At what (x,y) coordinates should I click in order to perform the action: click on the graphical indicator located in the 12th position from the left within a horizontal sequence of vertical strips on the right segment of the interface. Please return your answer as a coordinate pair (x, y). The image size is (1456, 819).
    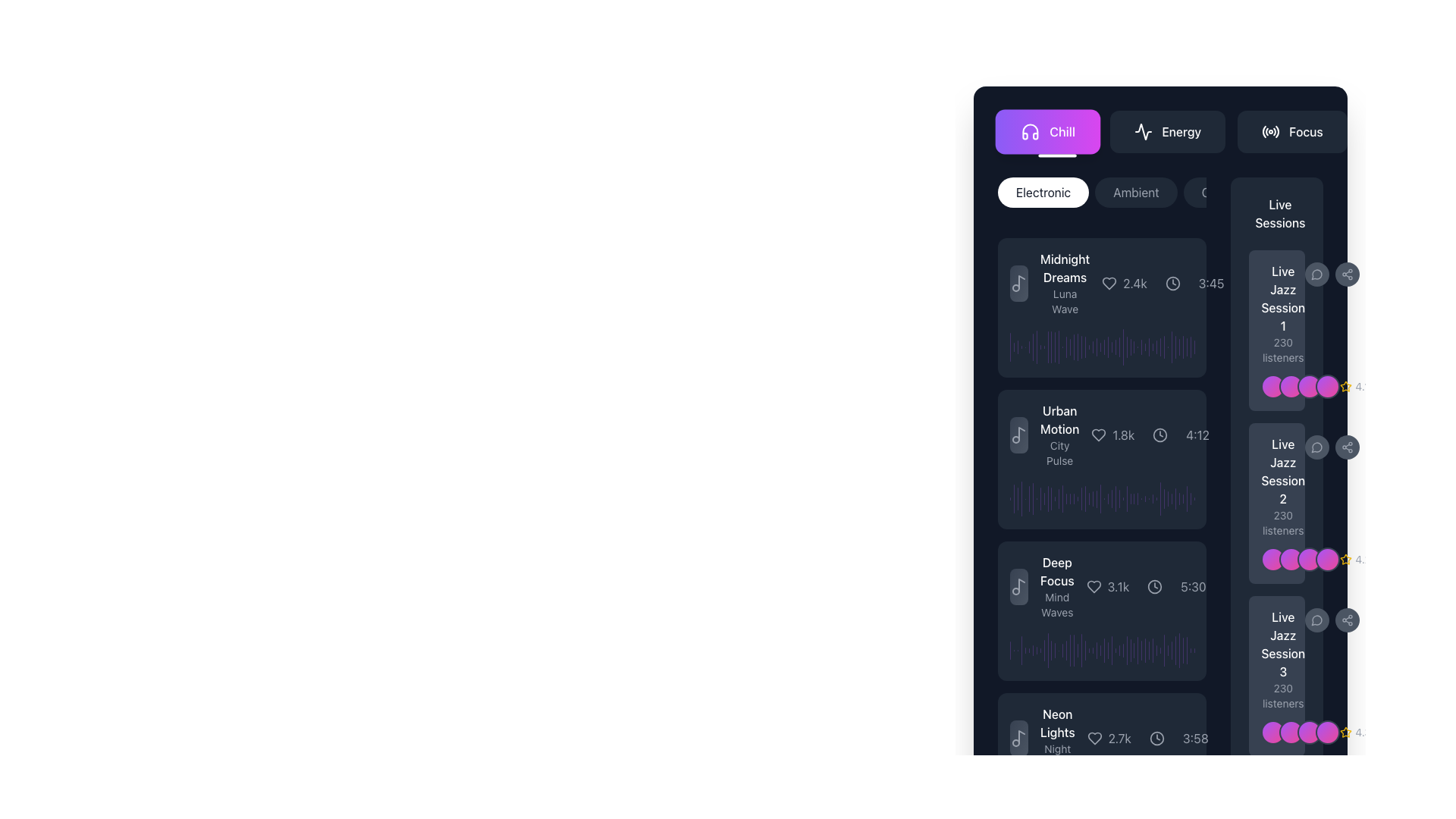
    Looking at the image, I should click on (1051, 649).